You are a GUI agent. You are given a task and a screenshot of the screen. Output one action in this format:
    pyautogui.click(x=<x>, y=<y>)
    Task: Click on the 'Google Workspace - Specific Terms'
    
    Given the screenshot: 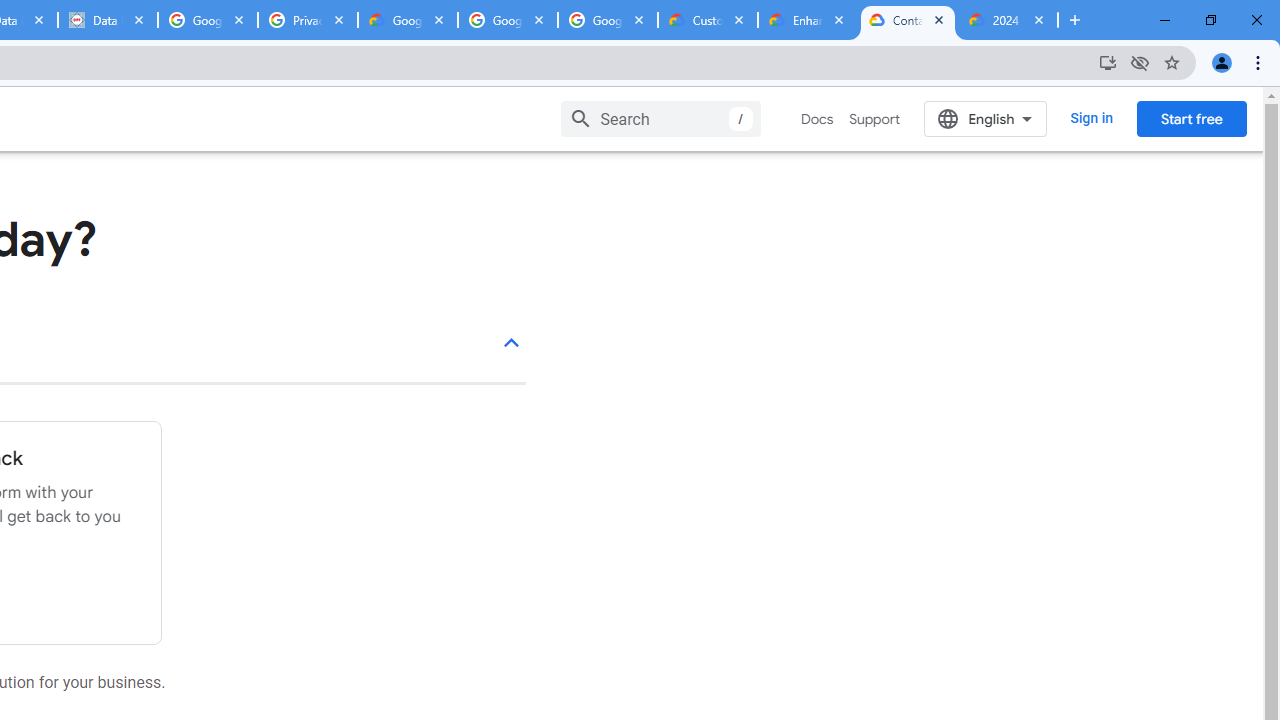 What is the action you would take?
    pyautogui.click(x=508, y=20)
    